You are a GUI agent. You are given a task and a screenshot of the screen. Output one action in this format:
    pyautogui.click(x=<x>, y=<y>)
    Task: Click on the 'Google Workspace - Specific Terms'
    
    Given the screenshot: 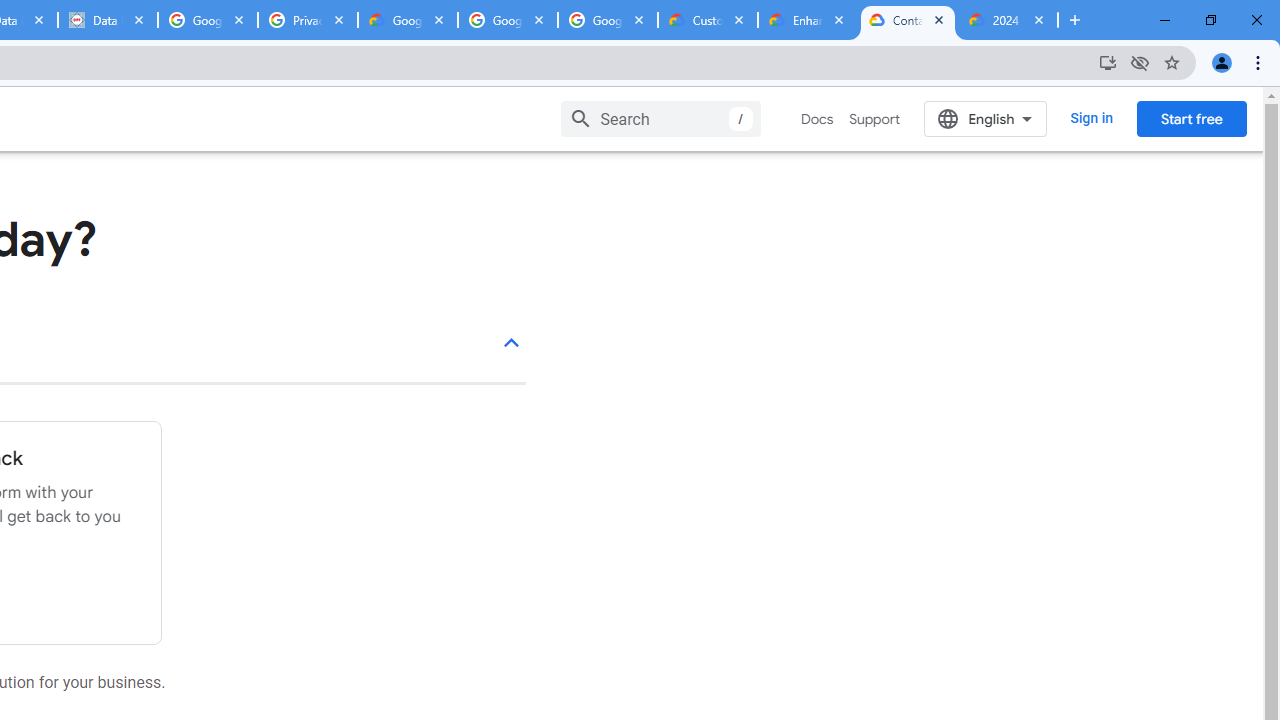 What is the action you would take?
    pyautogui.click(x=508, y=20)
    